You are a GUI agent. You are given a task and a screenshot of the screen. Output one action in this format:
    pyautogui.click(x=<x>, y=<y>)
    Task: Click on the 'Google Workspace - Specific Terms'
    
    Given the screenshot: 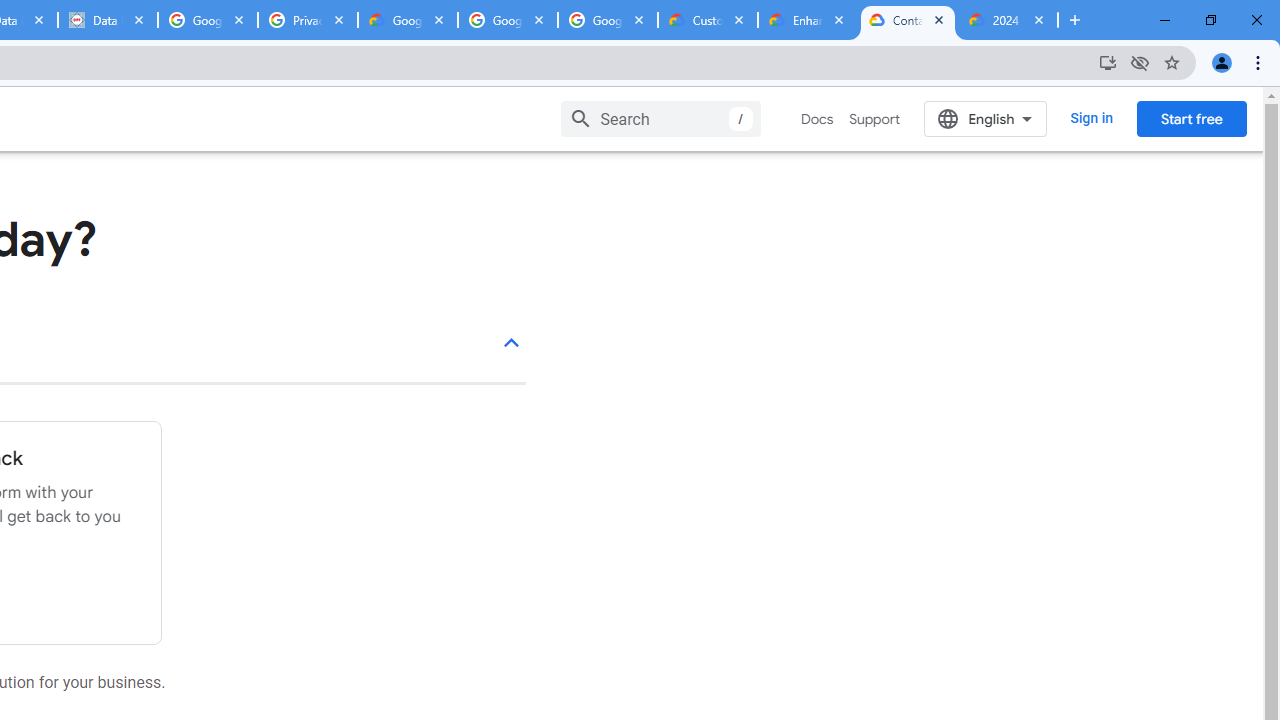 What is the action you would take?
    pyautogui.click(x=508, y=20)
    